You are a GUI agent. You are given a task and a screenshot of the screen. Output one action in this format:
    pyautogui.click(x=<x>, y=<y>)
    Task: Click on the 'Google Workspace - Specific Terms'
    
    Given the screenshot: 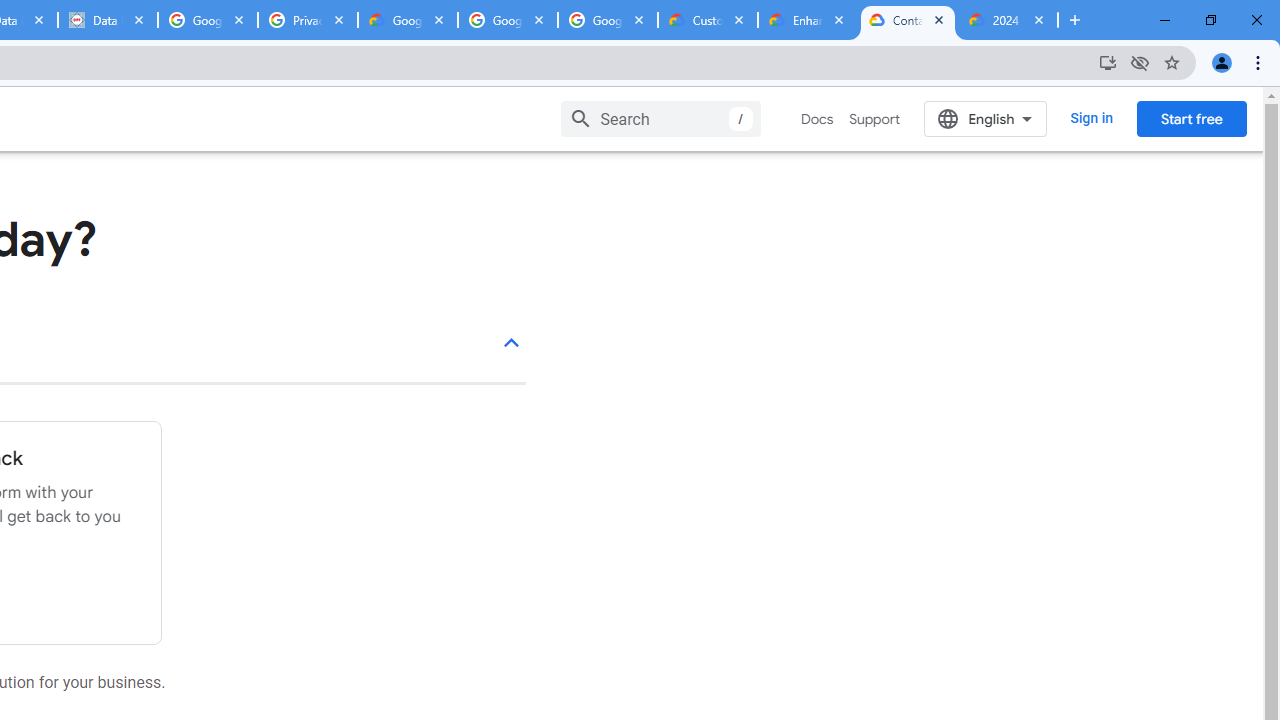 What is the action you would take?
    pyautogui.click(x=508, y=20)
    